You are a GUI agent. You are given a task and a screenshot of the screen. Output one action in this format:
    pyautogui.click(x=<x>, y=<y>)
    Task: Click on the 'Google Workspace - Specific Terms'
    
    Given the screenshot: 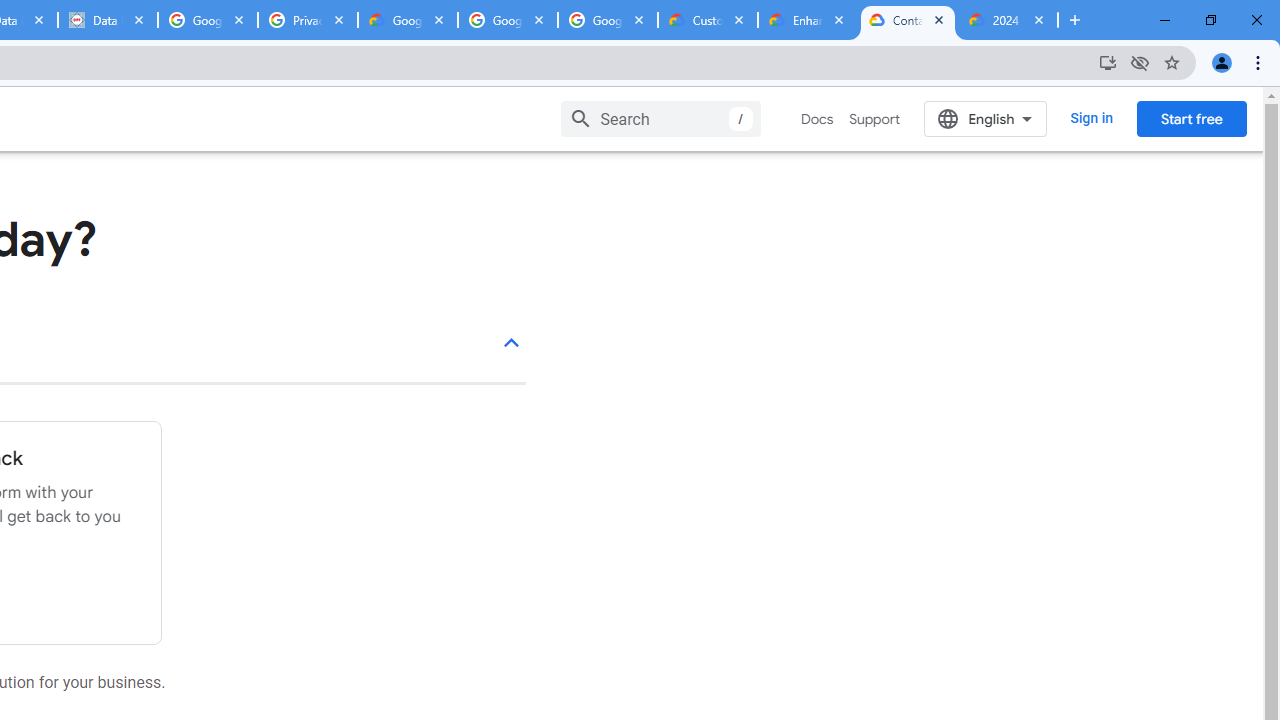 What is the action you would take?
    pyautogui.click(x=508, y=20)
    